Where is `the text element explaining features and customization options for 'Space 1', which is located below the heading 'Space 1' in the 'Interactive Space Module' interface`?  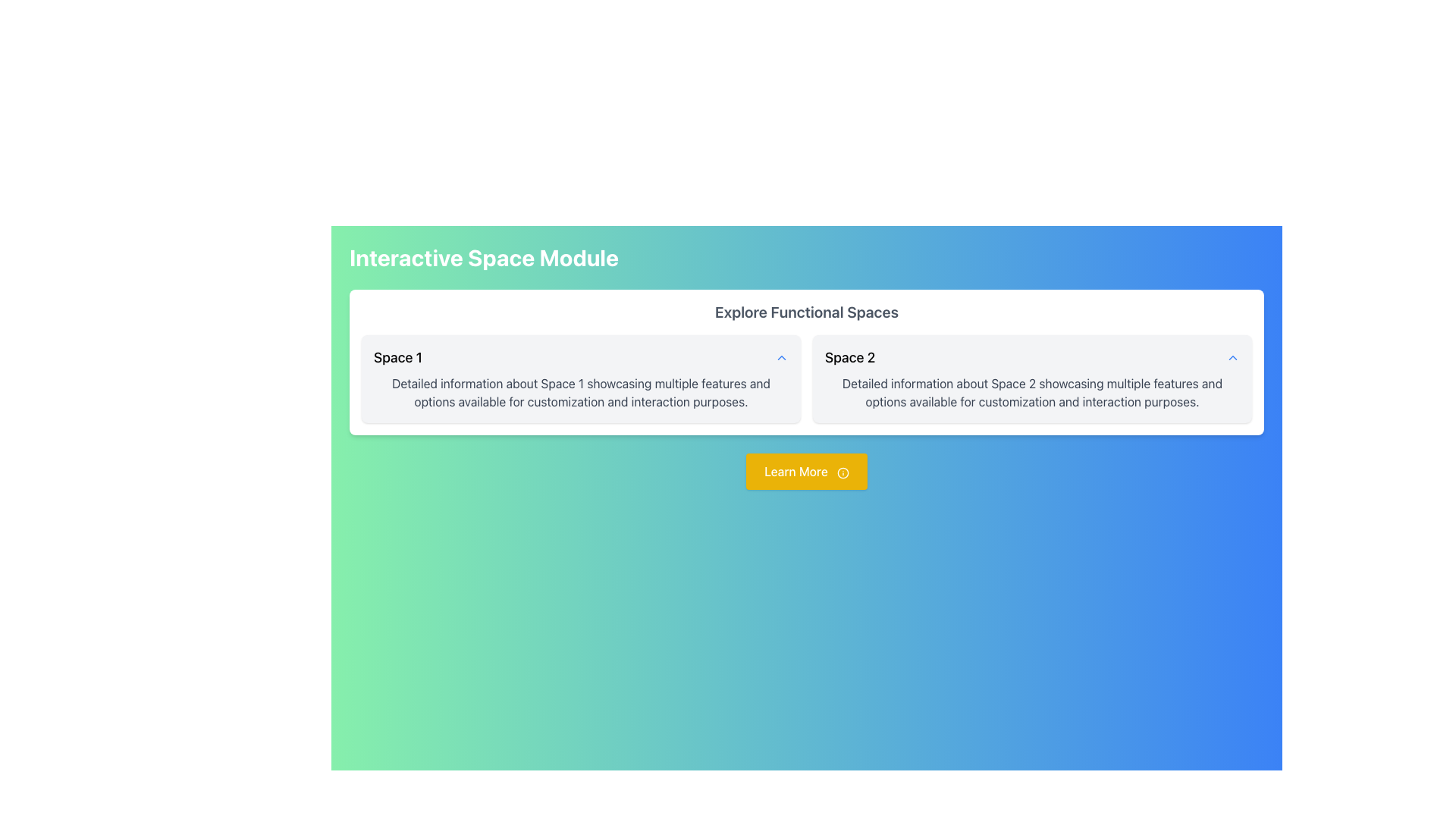
the text element explaining features and customization options for 'Space 1', which is located below the heading 'Space 1' in the 'Interactive Space Module' interface is located at coordinates (580, 391).